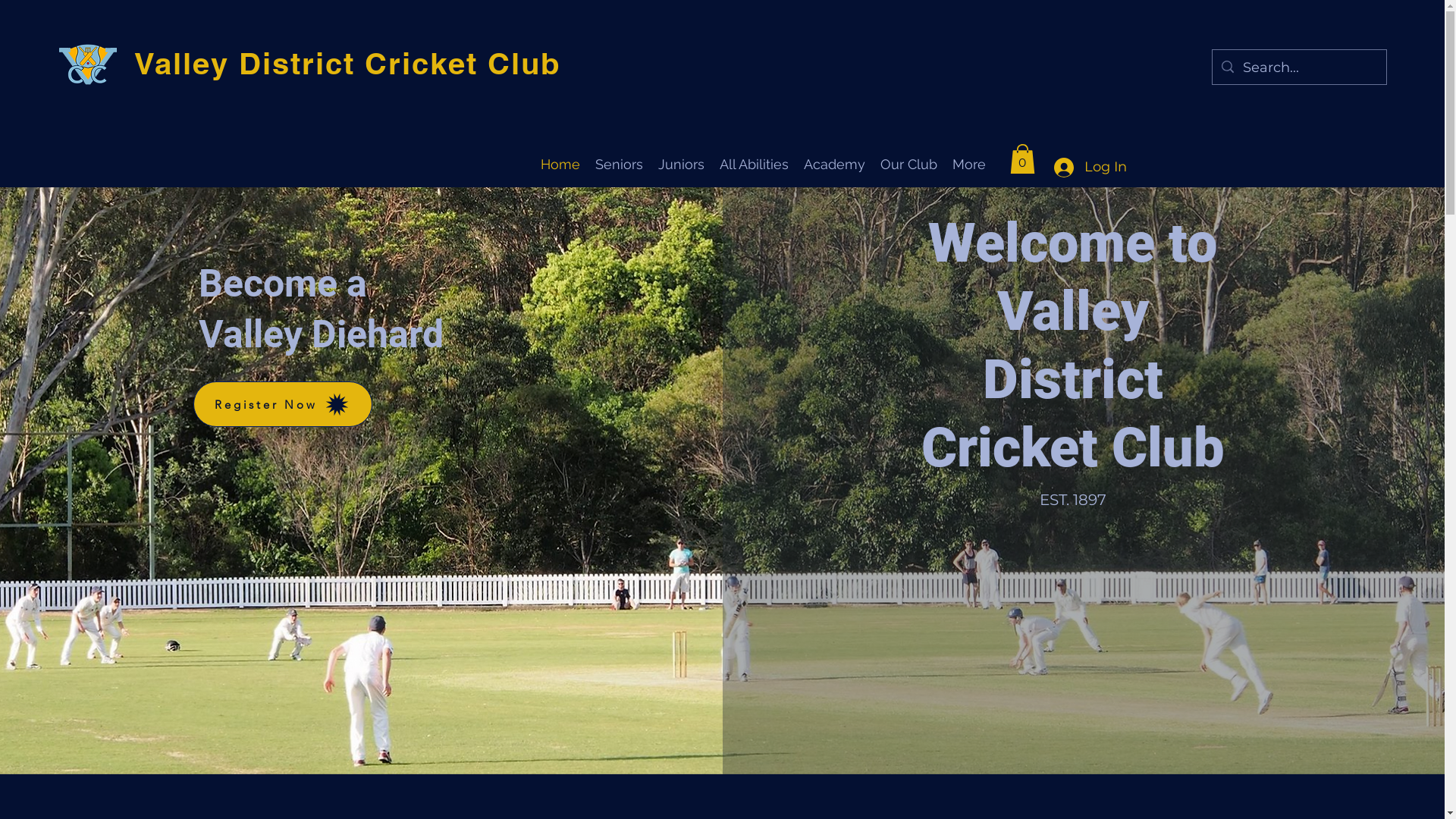  Describe the element at coordinates (753, 163) in the screenshot. I see `'All Abilities'` at that location.